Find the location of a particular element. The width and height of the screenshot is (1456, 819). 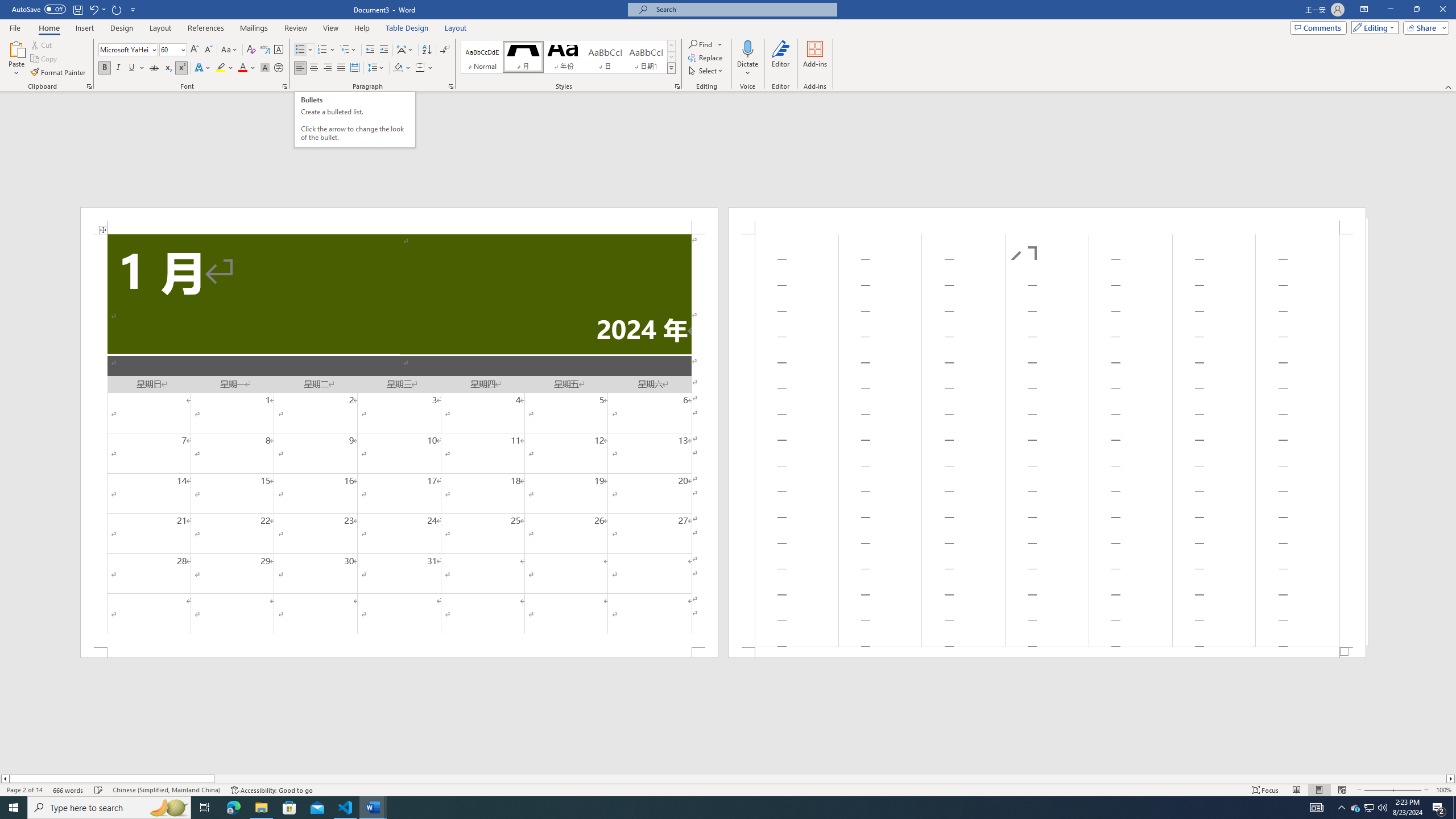

'Decrease Indent' is located at coordinates (370, 49).